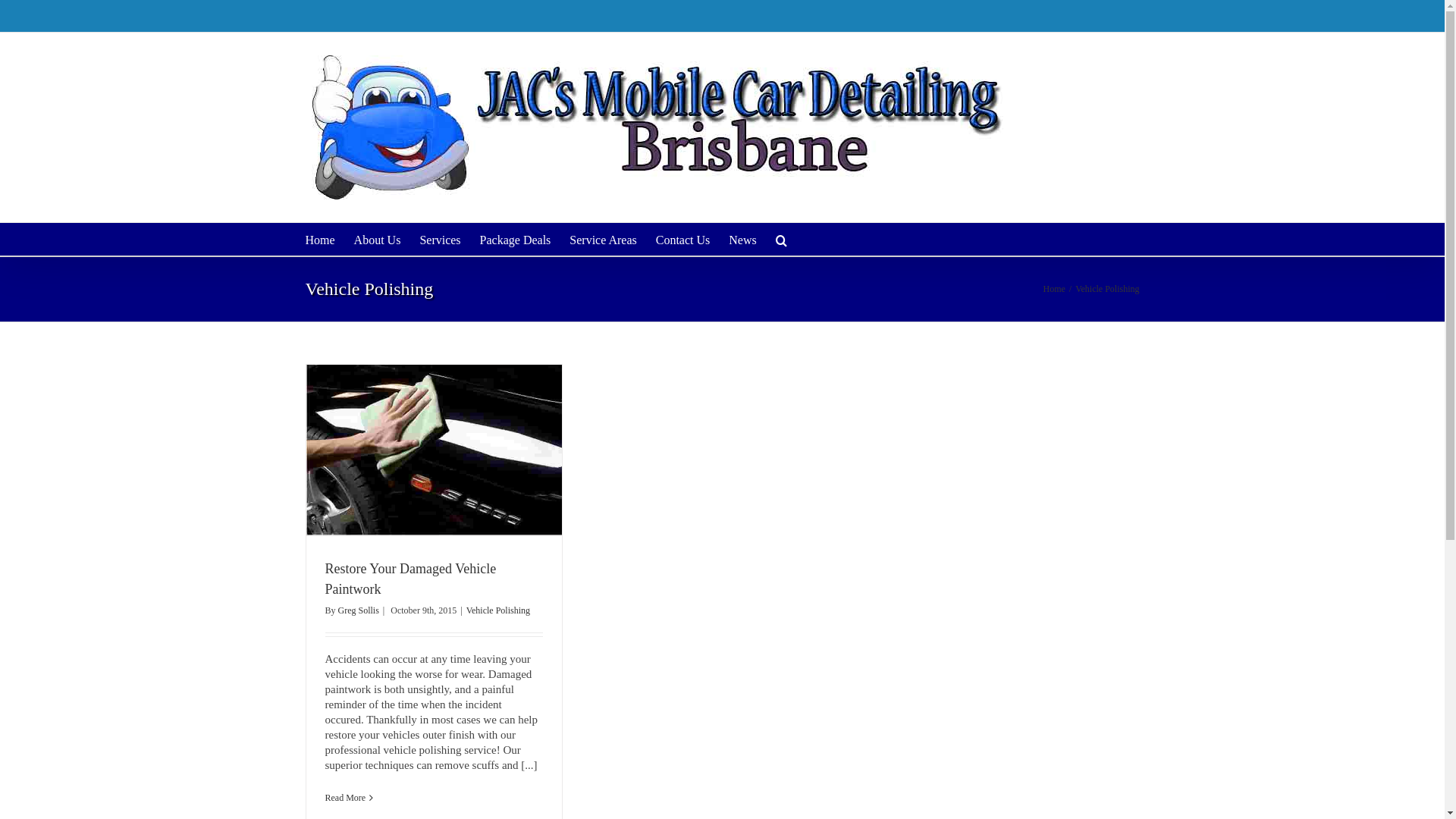  Describe the element at coordinates (378, 239) in the screenshot. I see `'About Us'` at that location.